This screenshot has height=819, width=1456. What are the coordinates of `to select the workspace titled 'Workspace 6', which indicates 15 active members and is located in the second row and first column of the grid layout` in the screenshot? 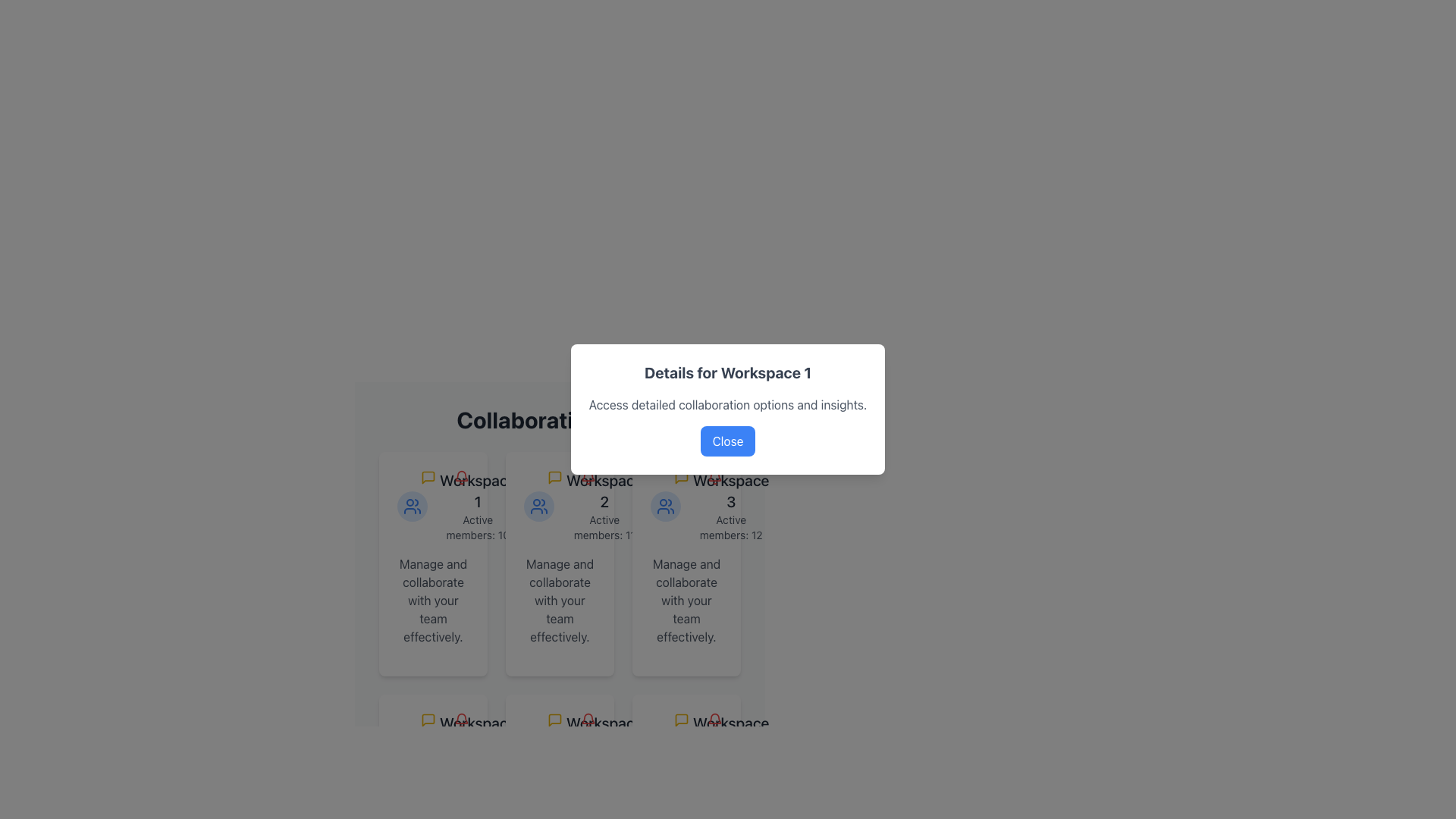 It's located at (686, 748).